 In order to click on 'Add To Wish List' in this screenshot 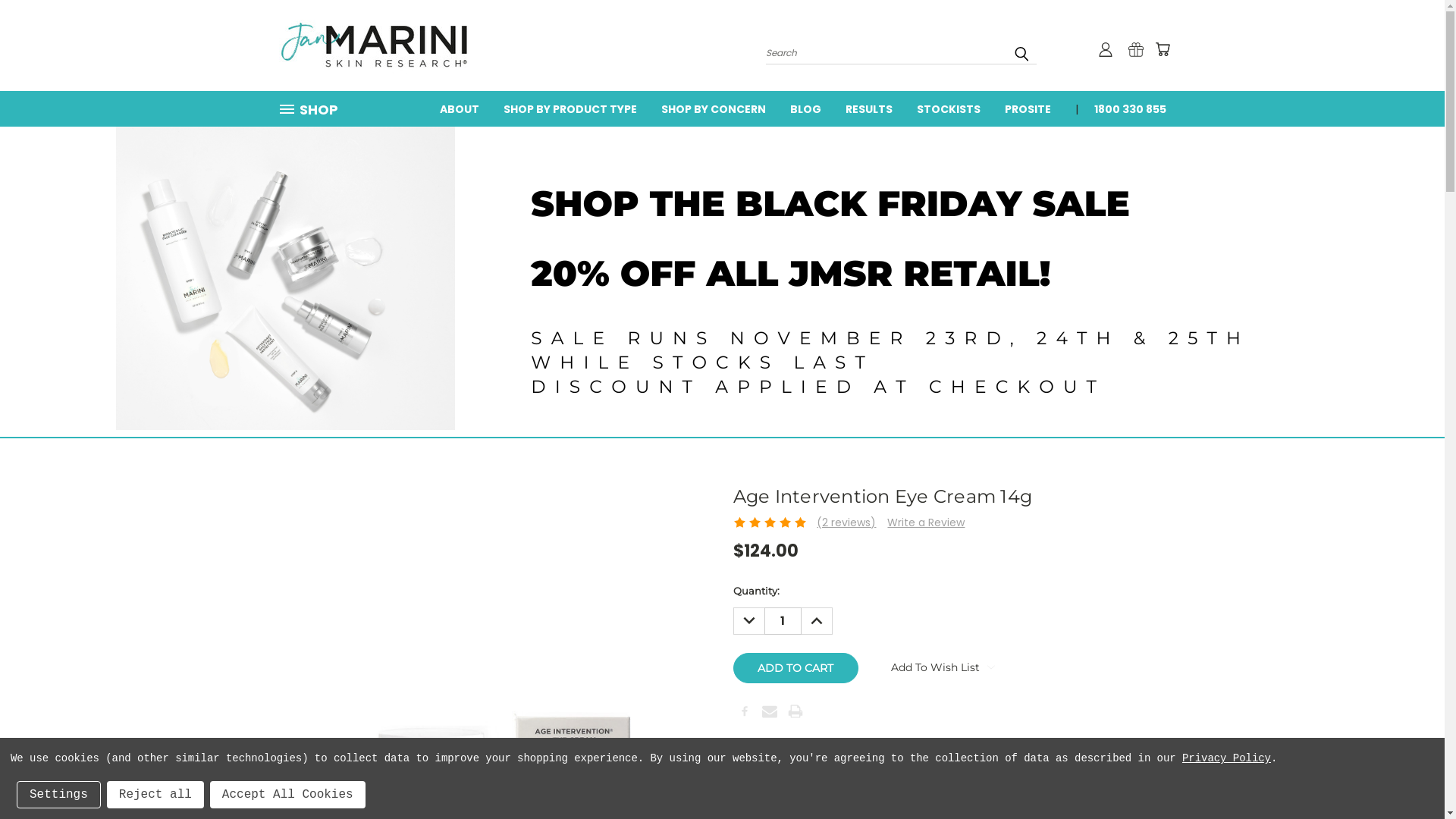, I will do `click(866, 666)`.